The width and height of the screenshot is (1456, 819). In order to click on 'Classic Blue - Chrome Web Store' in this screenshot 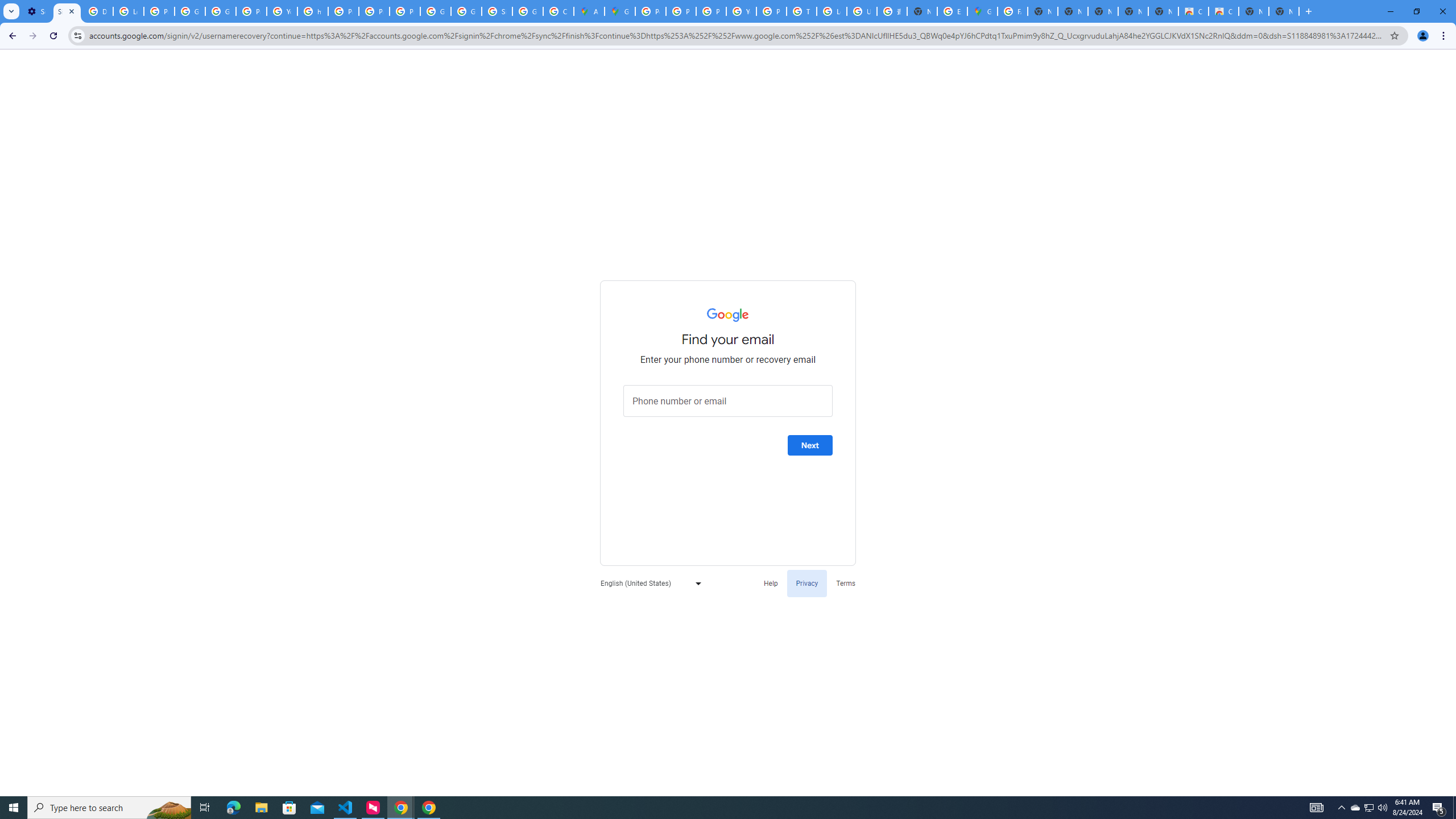, I will do `click(1223, 11)`.